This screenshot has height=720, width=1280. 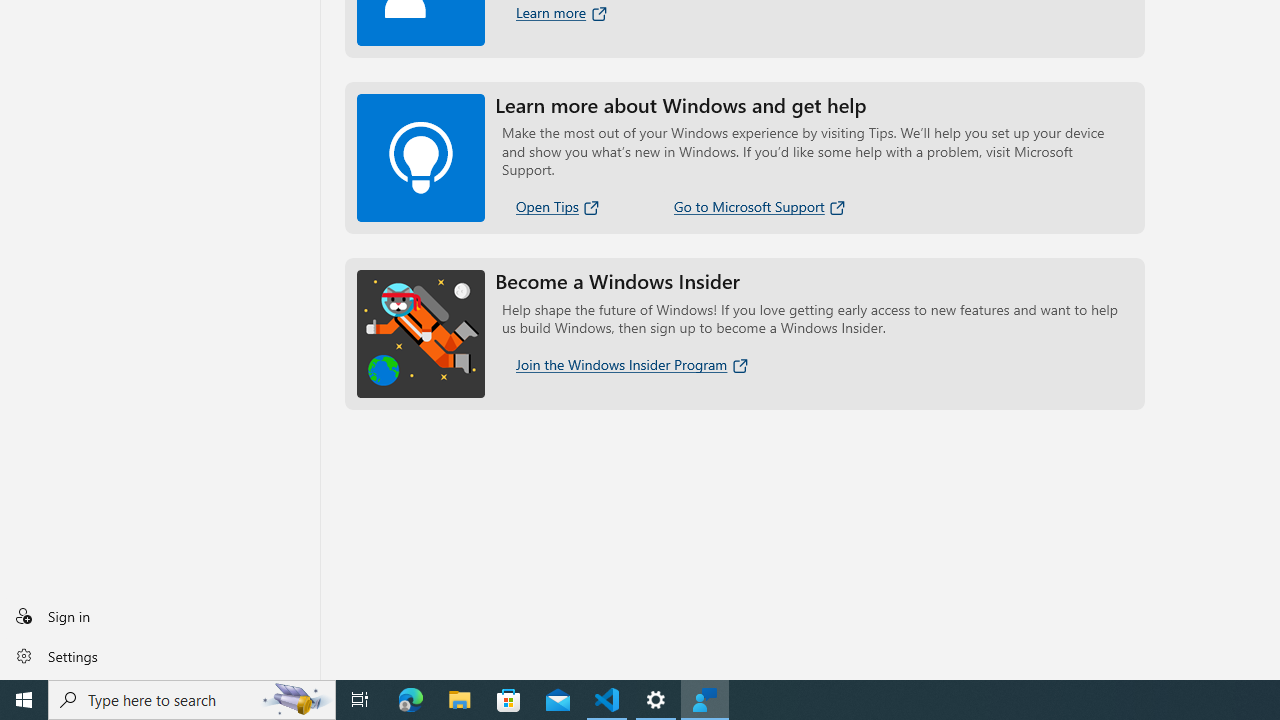 I want to click on 'Join the Windows Insider Program', so click(x=632, y=365).